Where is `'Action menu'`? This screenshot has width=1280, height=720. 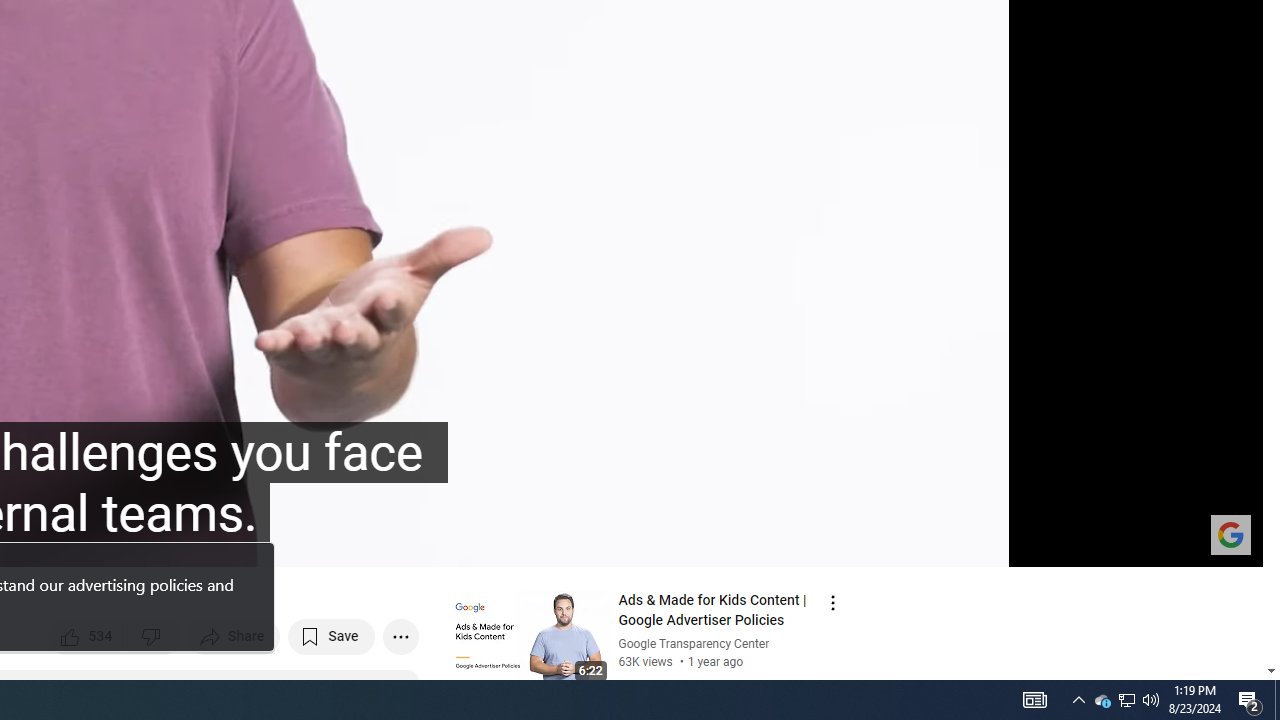 'Action menu' is located at coordinates (832, 602).